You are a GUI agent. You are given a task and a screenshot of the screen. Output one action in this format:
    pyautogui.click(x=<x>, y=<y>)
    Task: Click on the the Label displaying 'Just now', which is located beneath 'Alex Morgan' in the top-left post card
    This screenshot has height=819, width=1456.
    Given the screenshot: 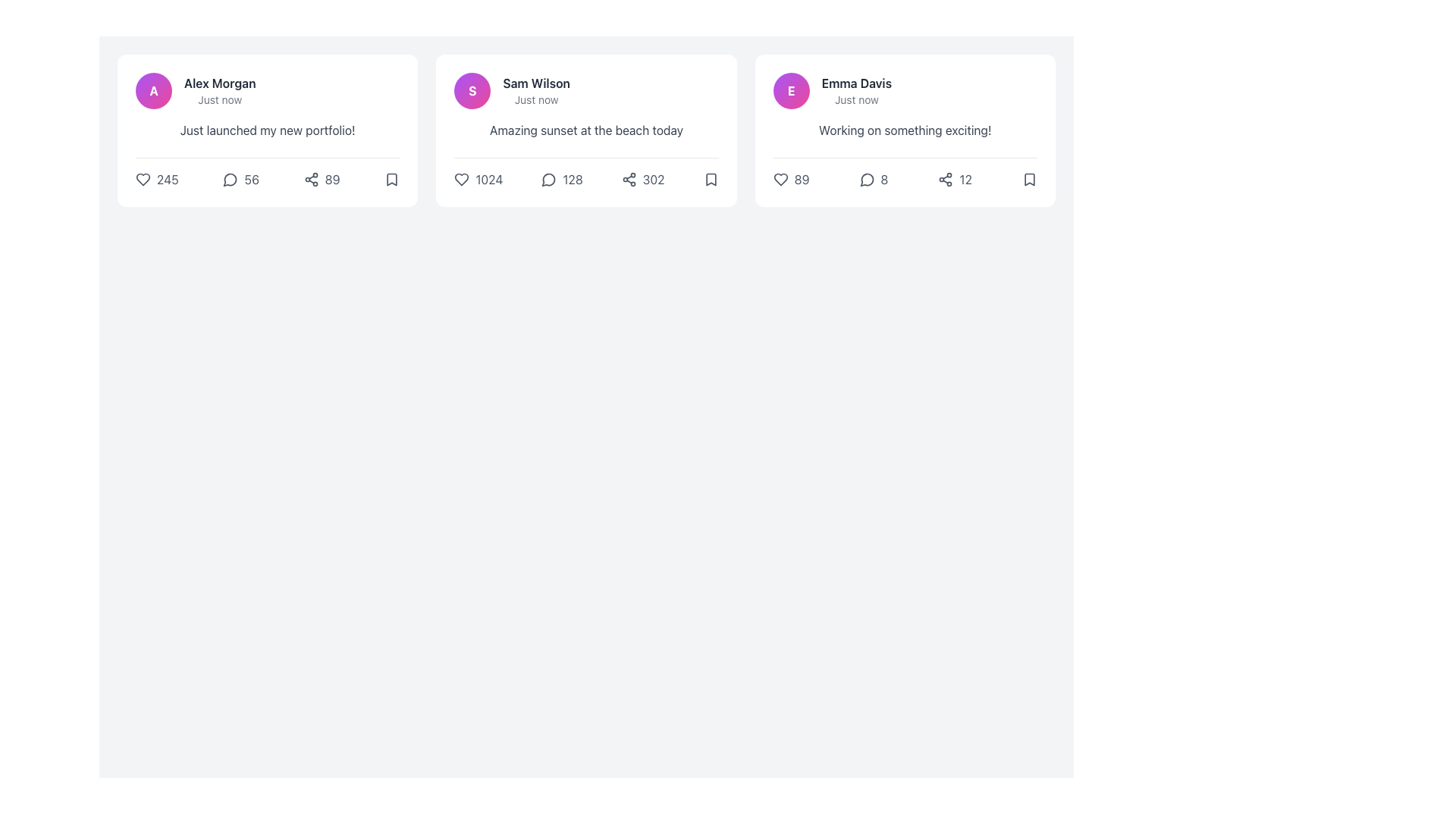 What is the action you would take?
    pyautogui.click(x=219, y=99)
    